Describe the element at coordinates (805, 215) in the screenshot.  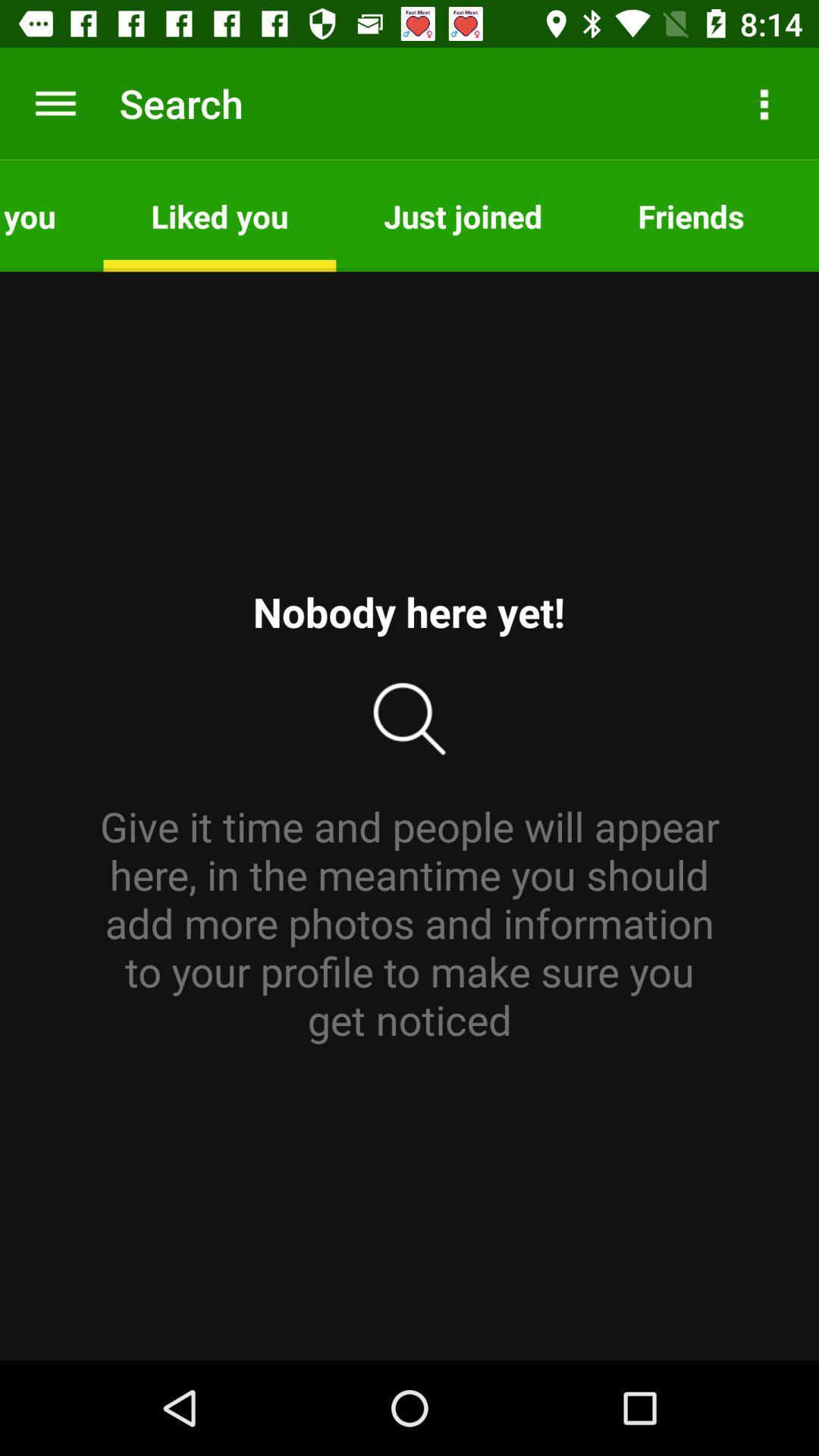
I see `the app next to friends item` at that location.